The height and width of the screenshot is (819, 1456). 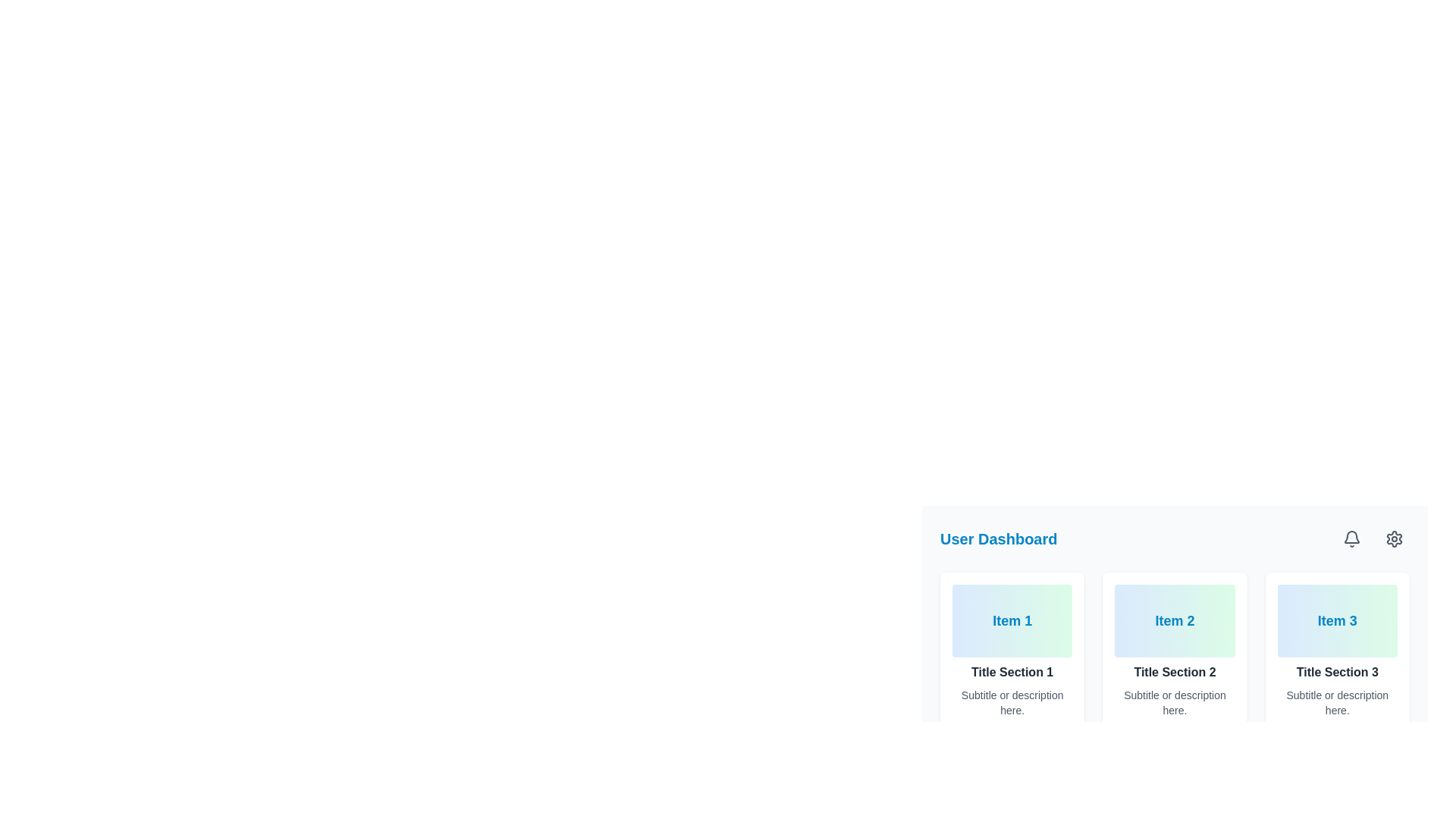 I want to click on the interactive card labeled 'Item 2' within the user dashboard interface, so click(x=1174, y=604).